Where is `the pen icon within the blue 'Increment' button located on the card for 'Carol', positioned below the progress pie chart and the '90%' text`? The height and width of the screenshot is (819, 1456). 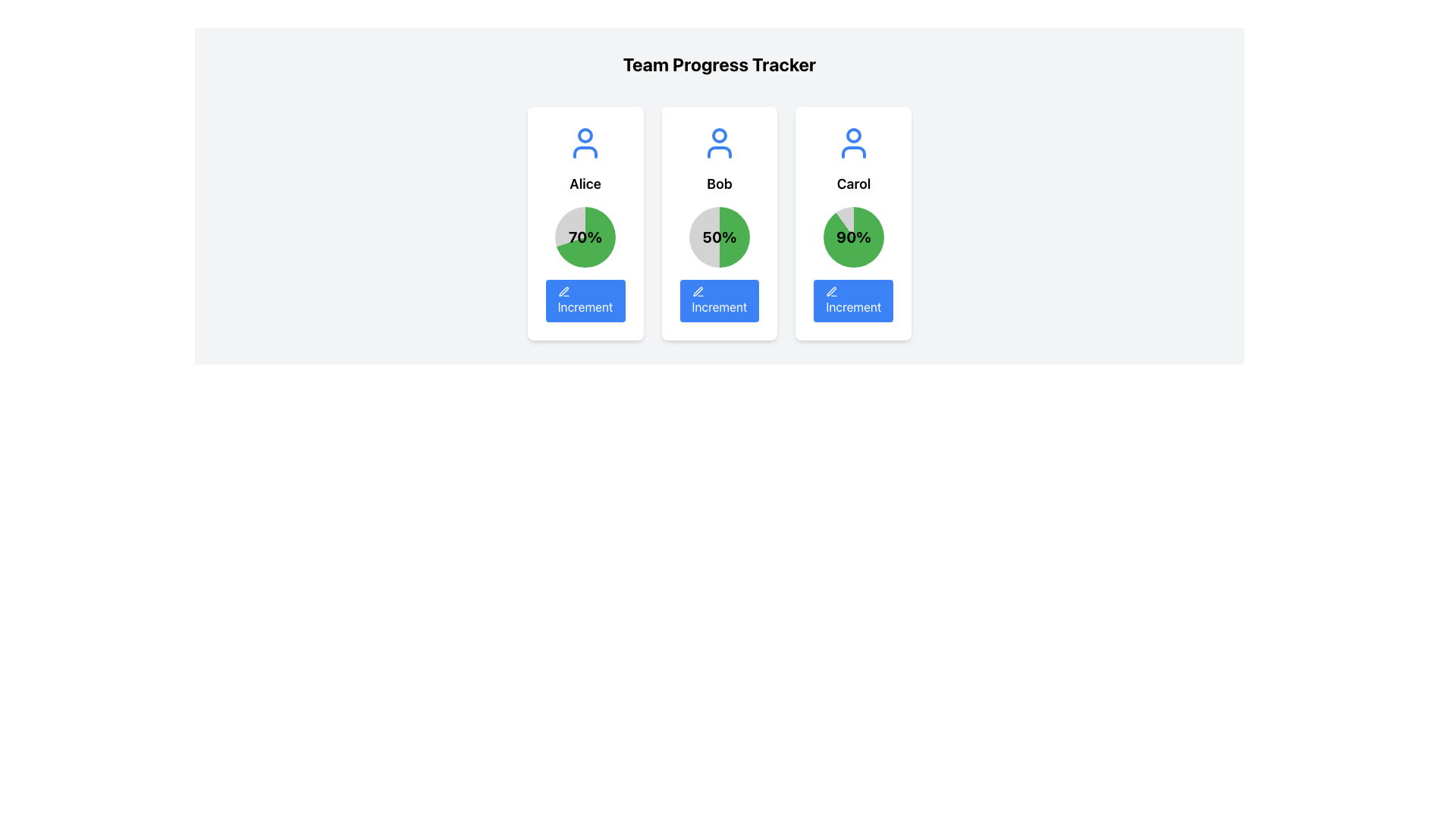 the pen icon within the blue 'Increment' button located on the card for 'Carol', positioned below the progress pie chart and the '90%' text is located at coordinates (831, 291).